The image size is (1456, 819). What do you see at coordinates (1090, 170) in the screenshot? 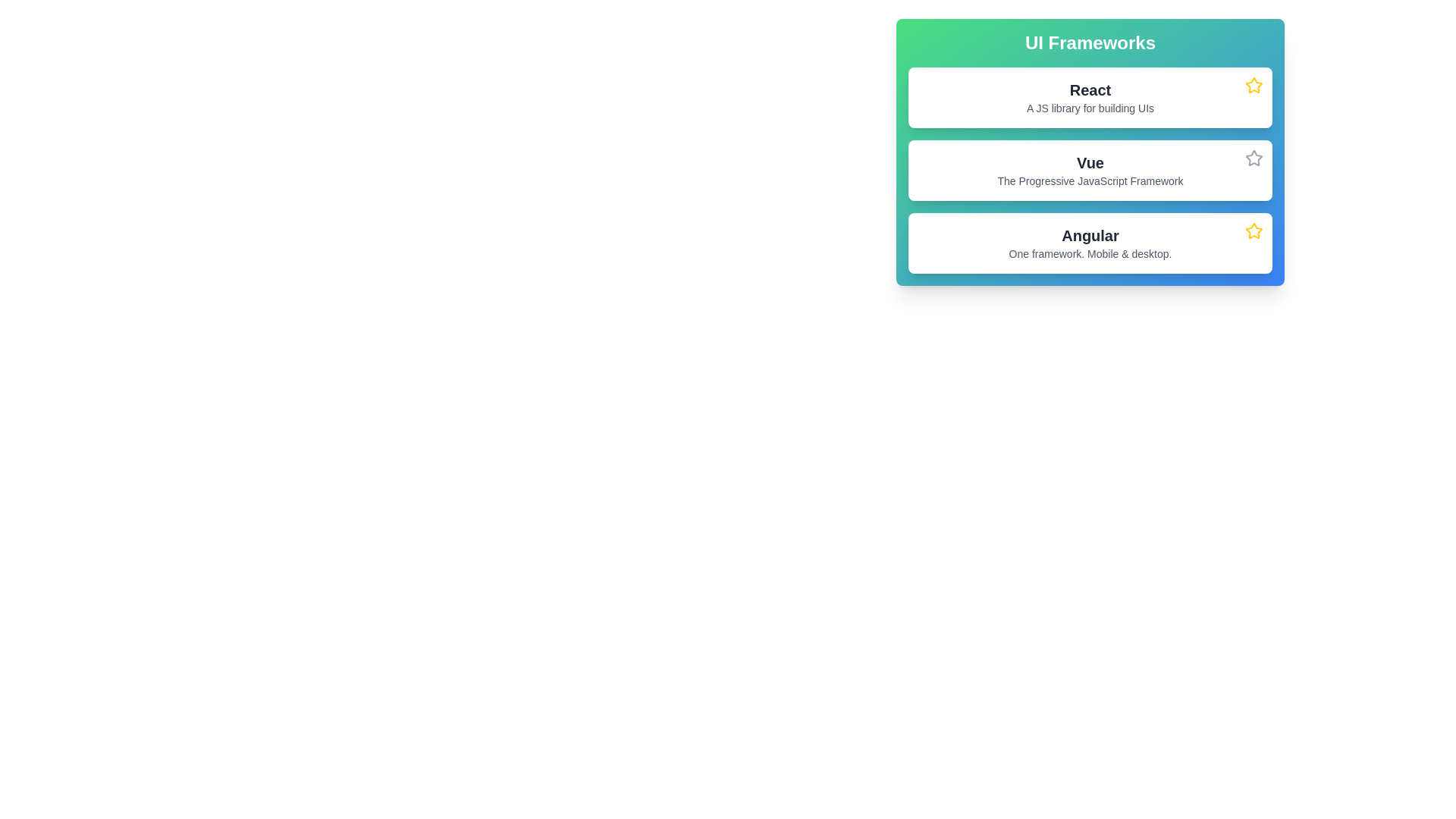
I see `information displayed on the second card representing the Vue JavaScript framework, located between the 'React' card and the 'Angular' card within the 'UI Frameworks' section` at bounding box center [1090, 170].